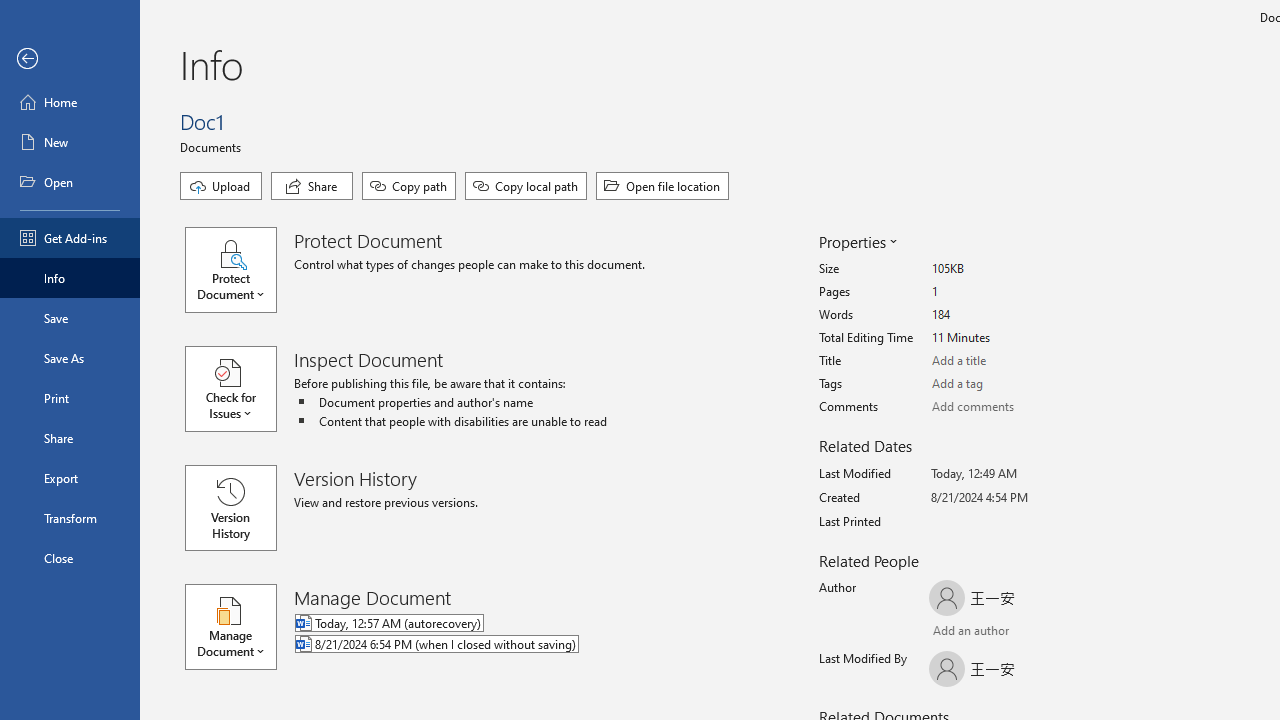 The height and width of the screenshot is (720, 1280). I want to click on 'Transform', so click(69, 517).